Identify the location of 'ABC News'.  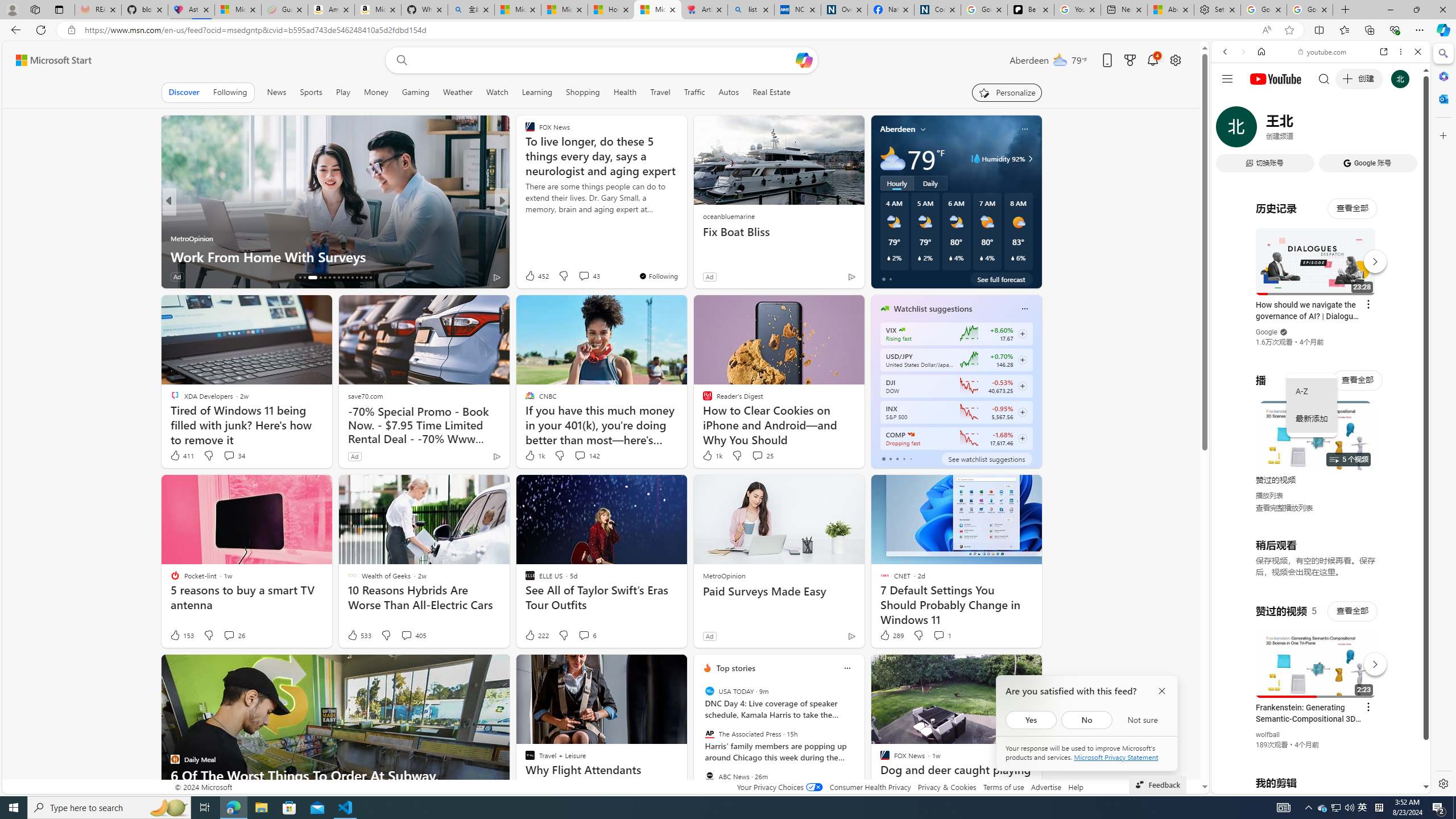
(709, 775).